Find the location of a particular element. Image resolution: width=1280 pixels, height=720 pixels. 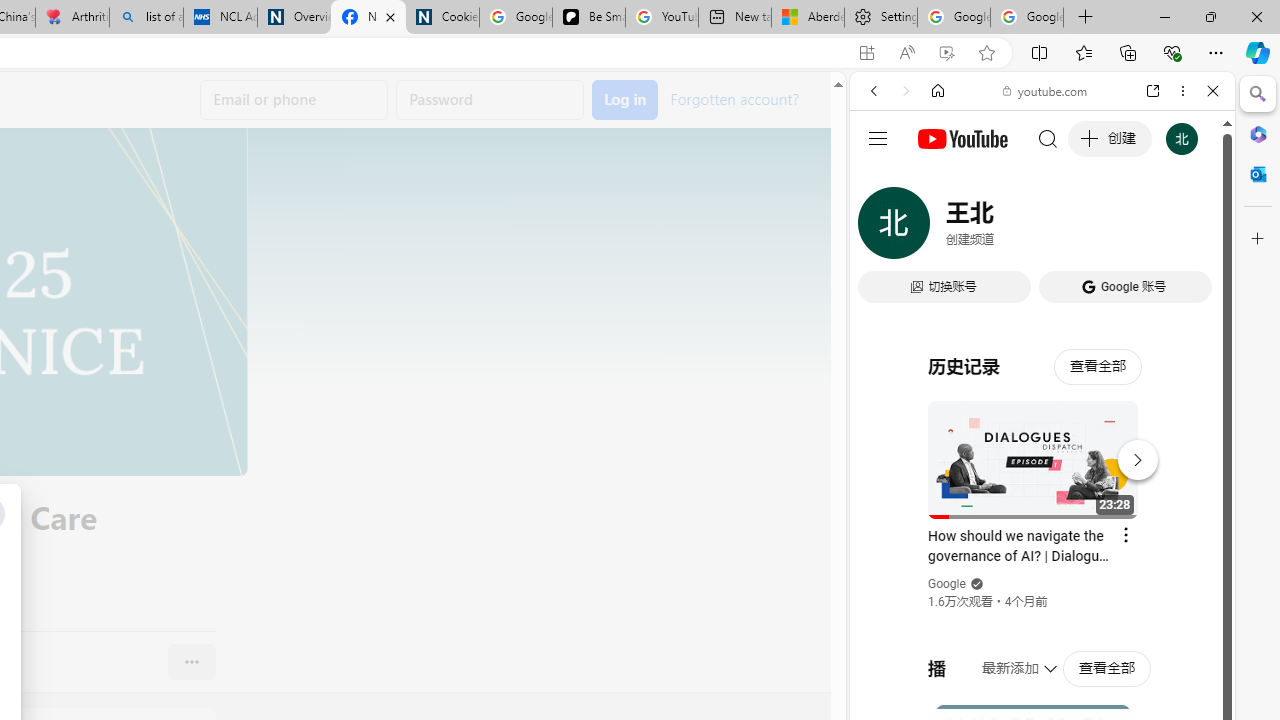

'NCL Adult Asthma Inhaler Choice Guideline' is located at coordinates (220, 17).